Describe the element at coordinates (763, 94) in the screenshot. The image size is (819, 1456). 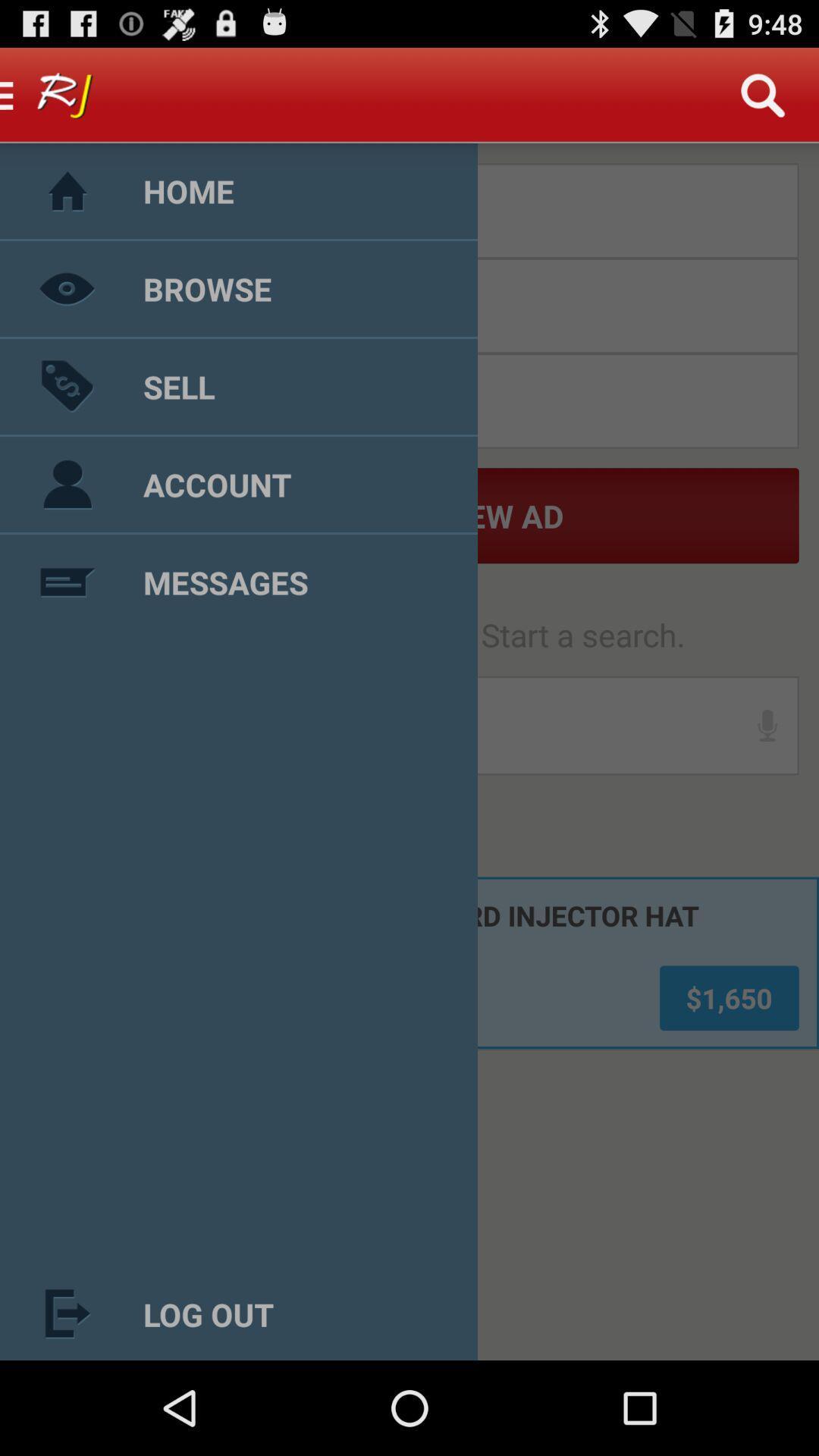
I see `search icon on the top right of the web page` at that location.